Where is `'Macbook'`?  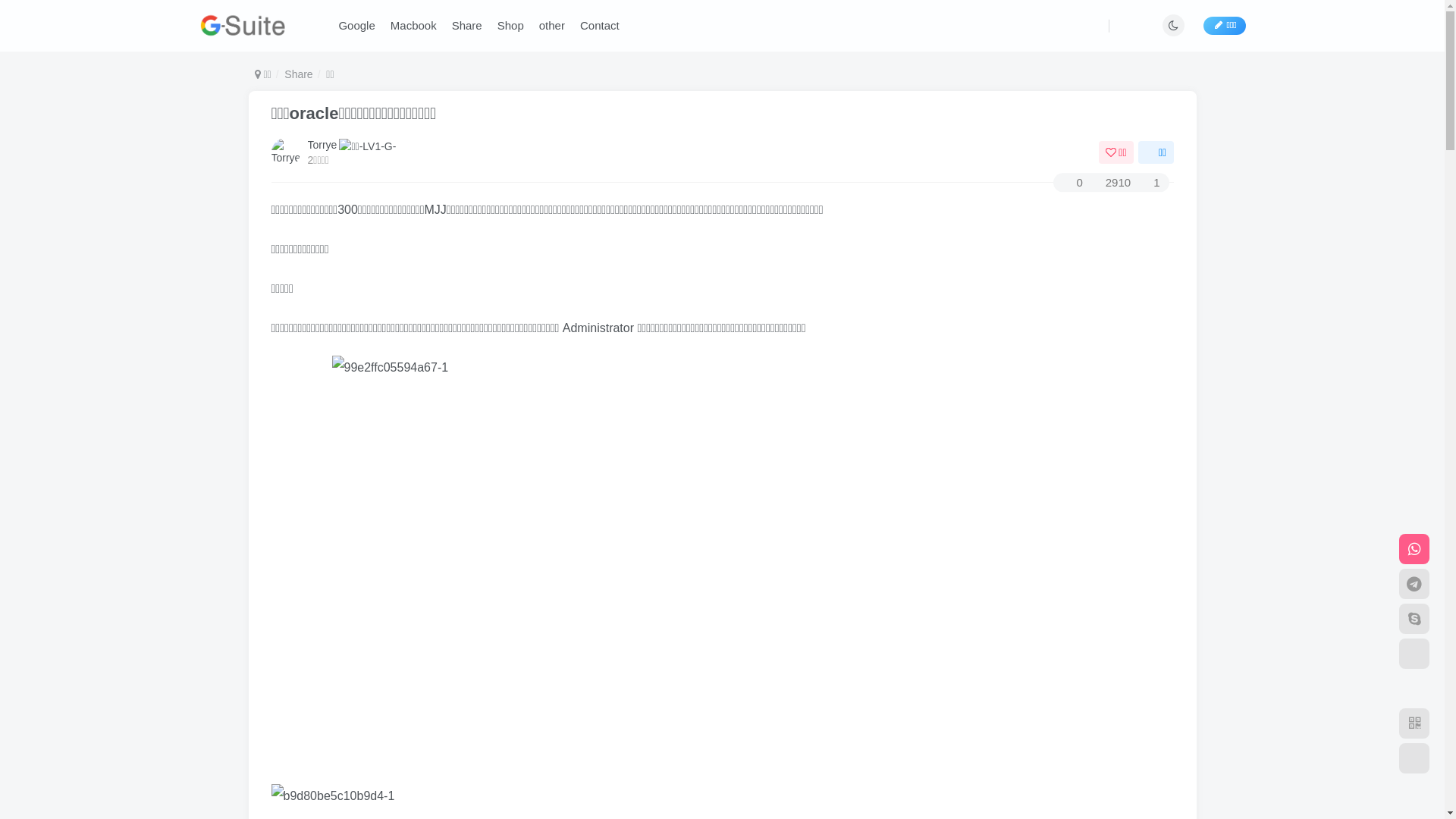 'Macbook' is located at coordinates (413, 26).